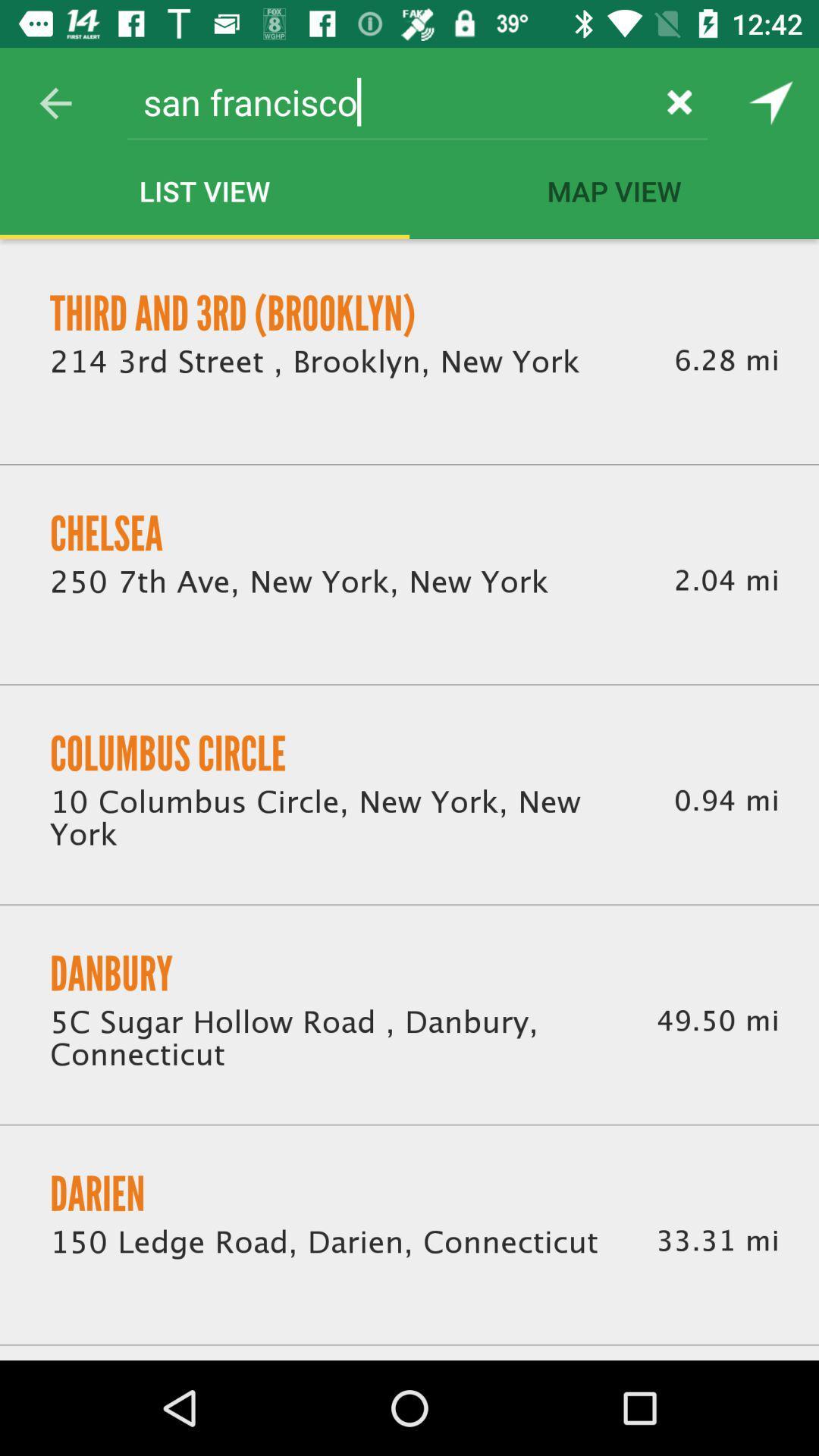 This screenshot has width=819, height=1456. Describe the element at coordinates (299, 582) in the screenshot. I see `250 7th ave icon` at that location.